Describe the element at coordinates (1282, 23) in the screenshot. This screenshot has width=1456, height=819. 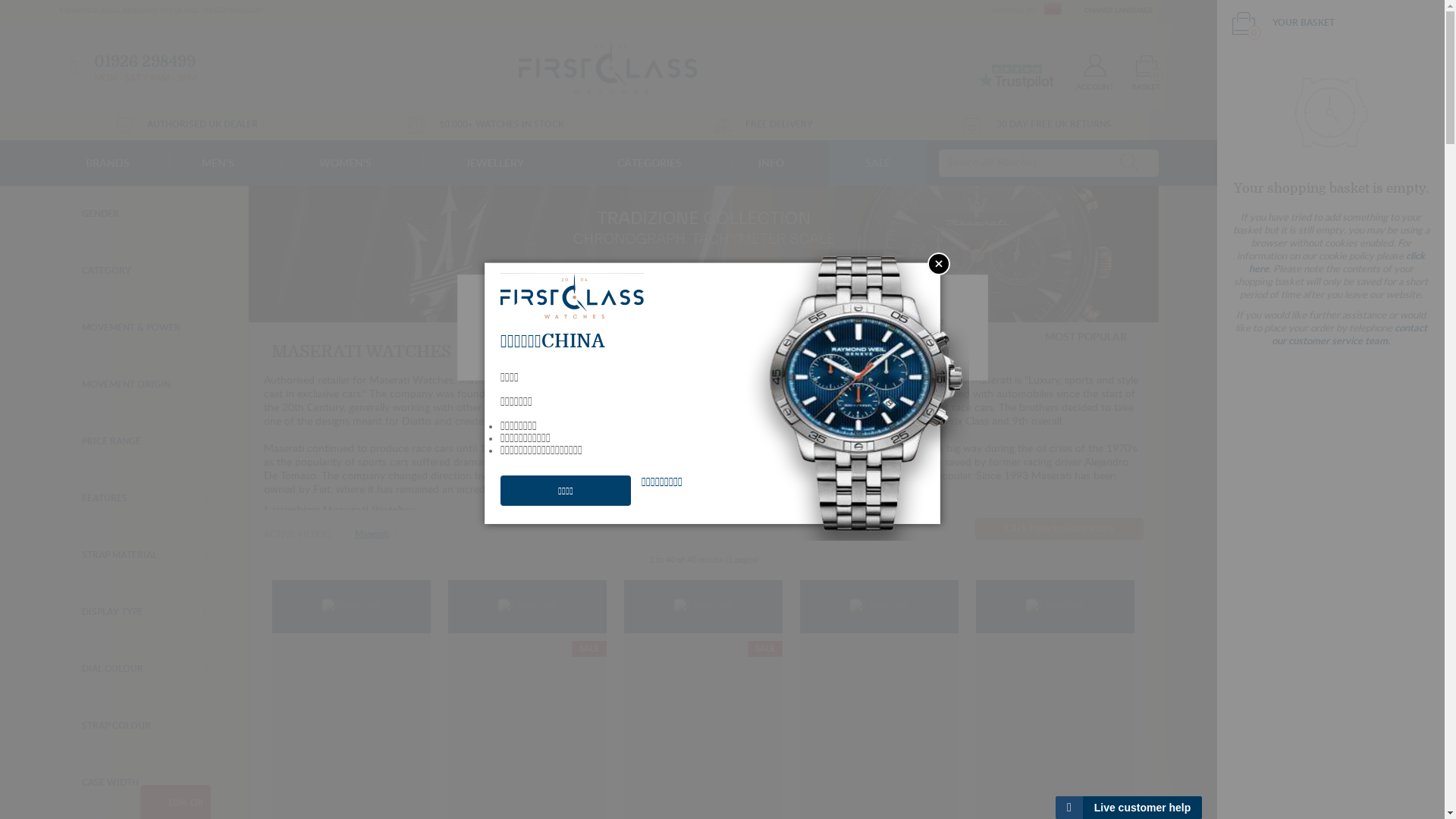
I see `'0` at that location.